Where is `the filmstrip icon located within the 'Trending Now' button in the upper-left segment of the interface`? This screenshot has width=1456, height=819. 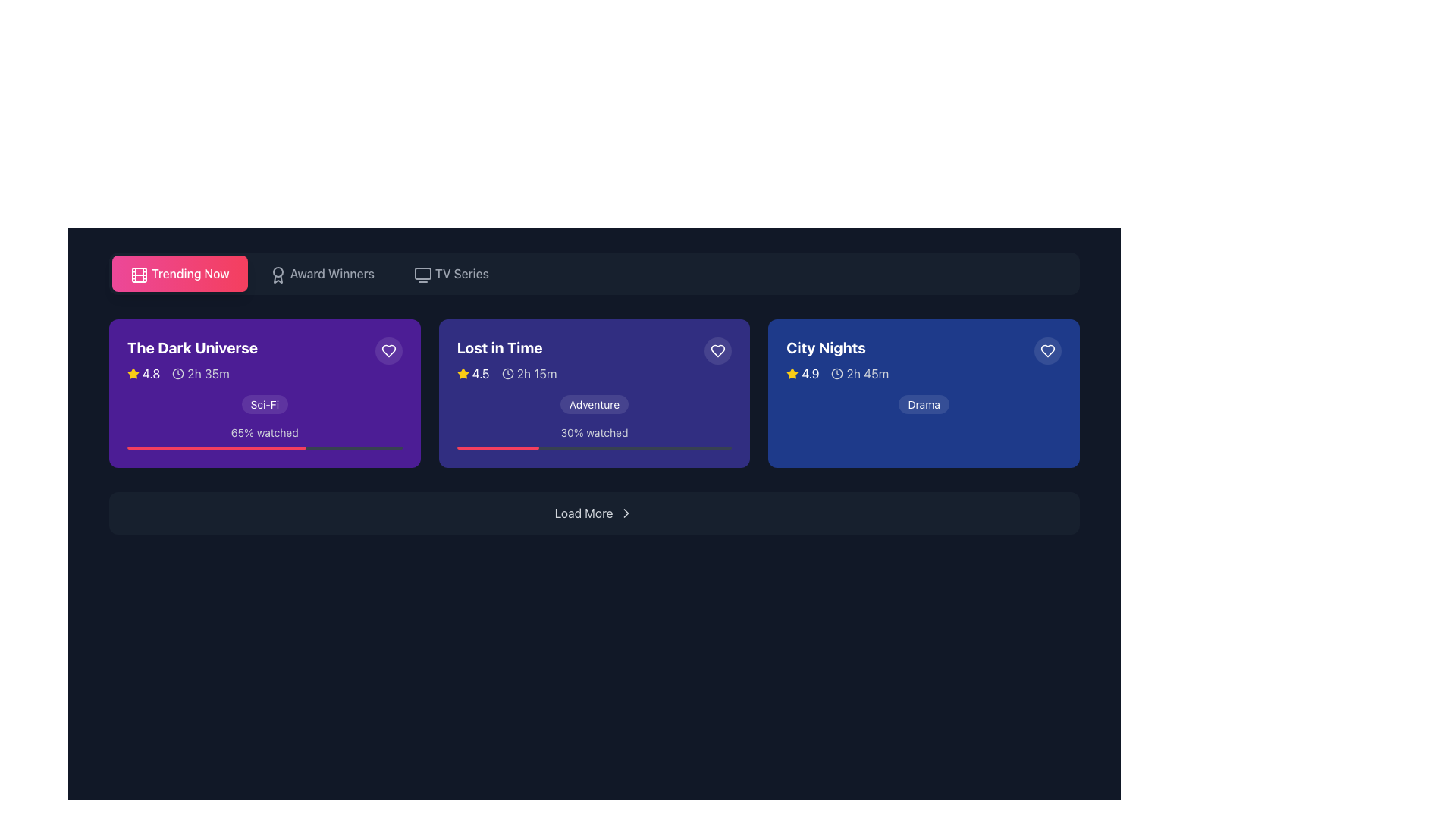
the filmstrip icon located within the 'Trending Now' button in the upper-left segment of the interface is located at coordinates (138, 274).